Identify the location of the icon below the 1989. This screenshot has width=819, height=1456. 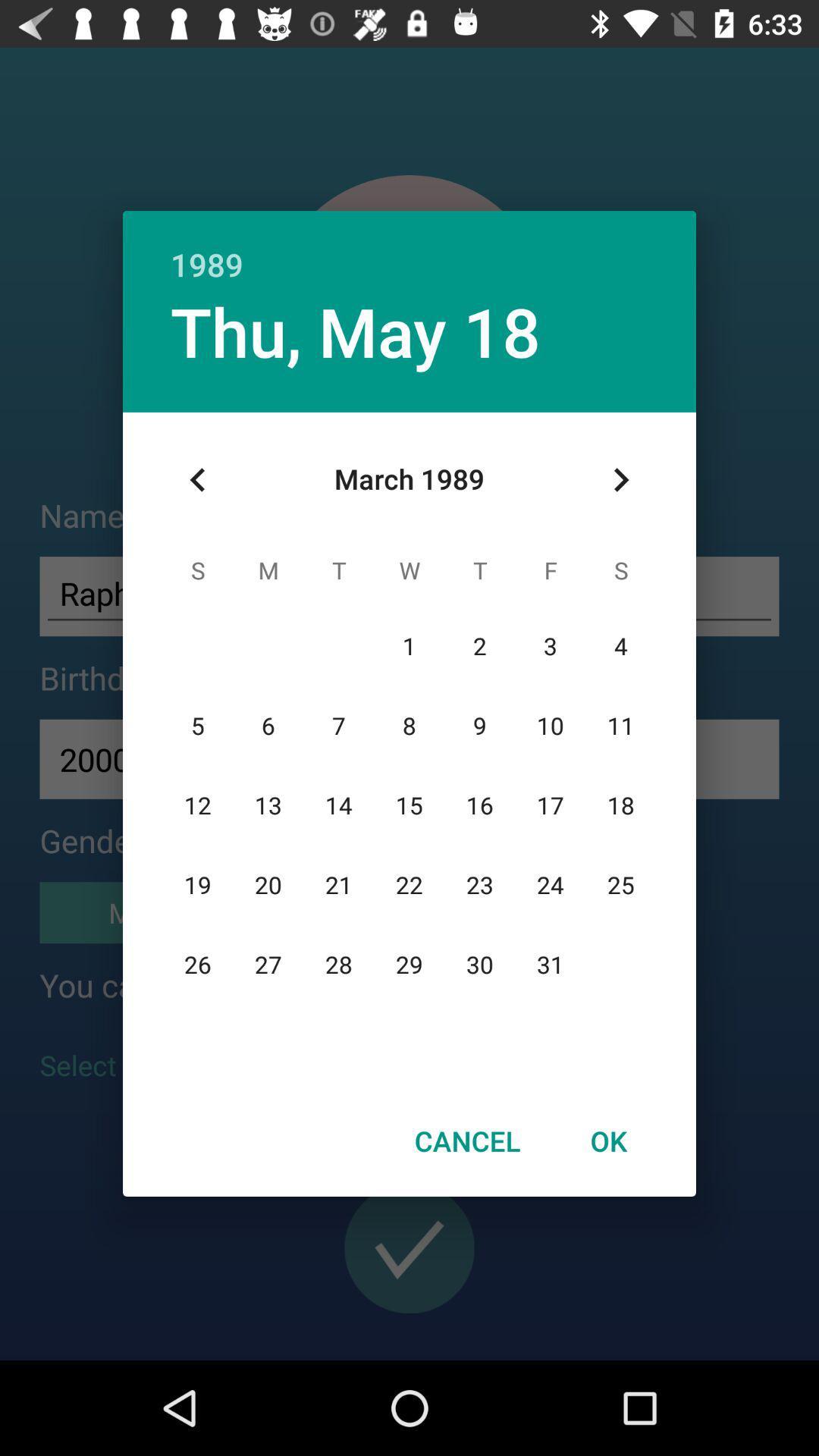
(620, 479).